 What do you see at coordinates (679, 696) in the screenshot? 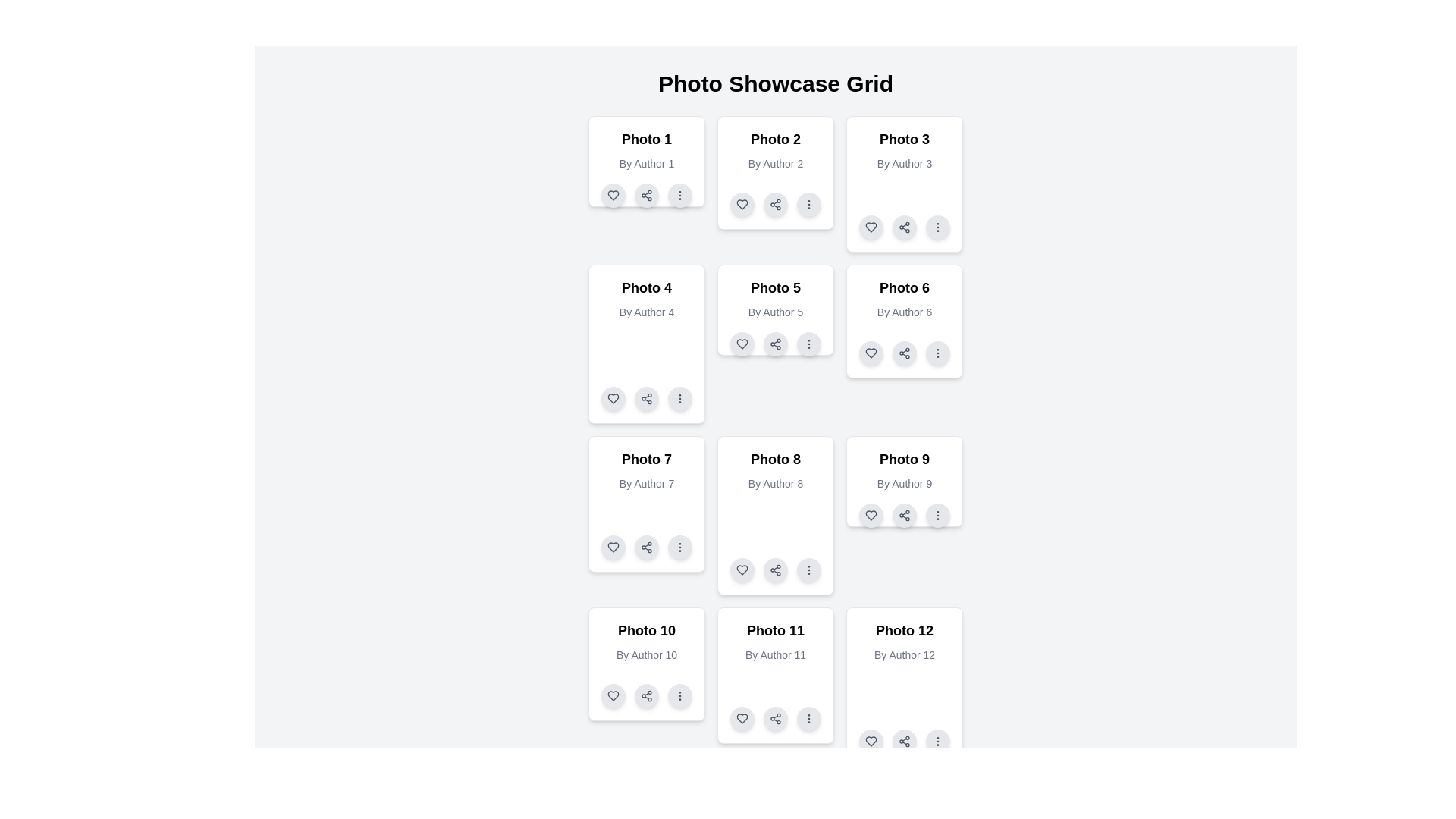
I see `the circular button with an ellipsis icon located at the bottom right corner of the card labeled 'Photo 10, By Author 10'` at bounding box center [679, 696].